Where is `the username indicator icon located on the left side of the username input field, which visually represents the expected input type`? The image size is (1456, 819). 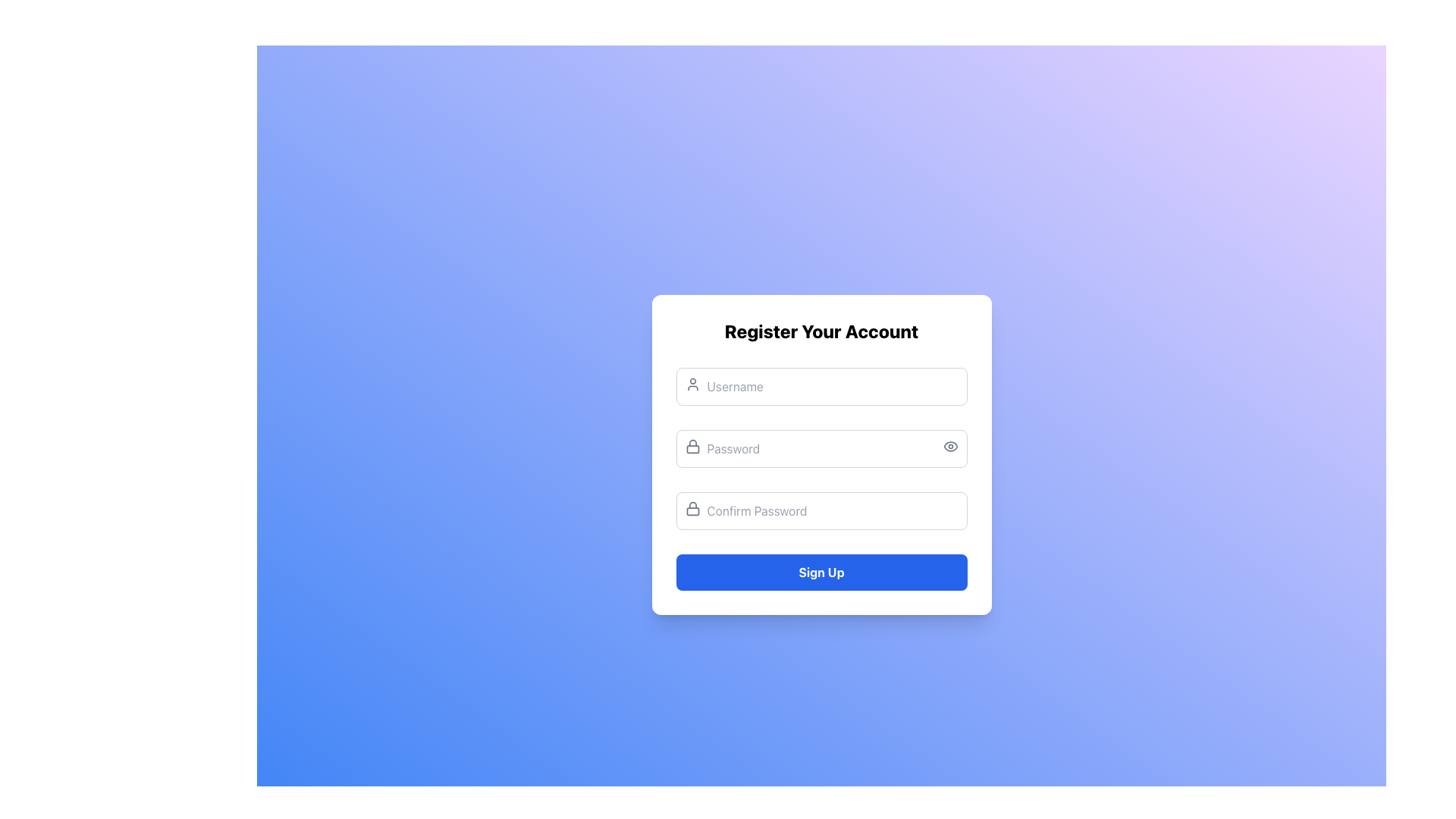 the username indicator icon located on the left side of the username input field, which visually represents the expected input type is located at coordinates (692, 383).